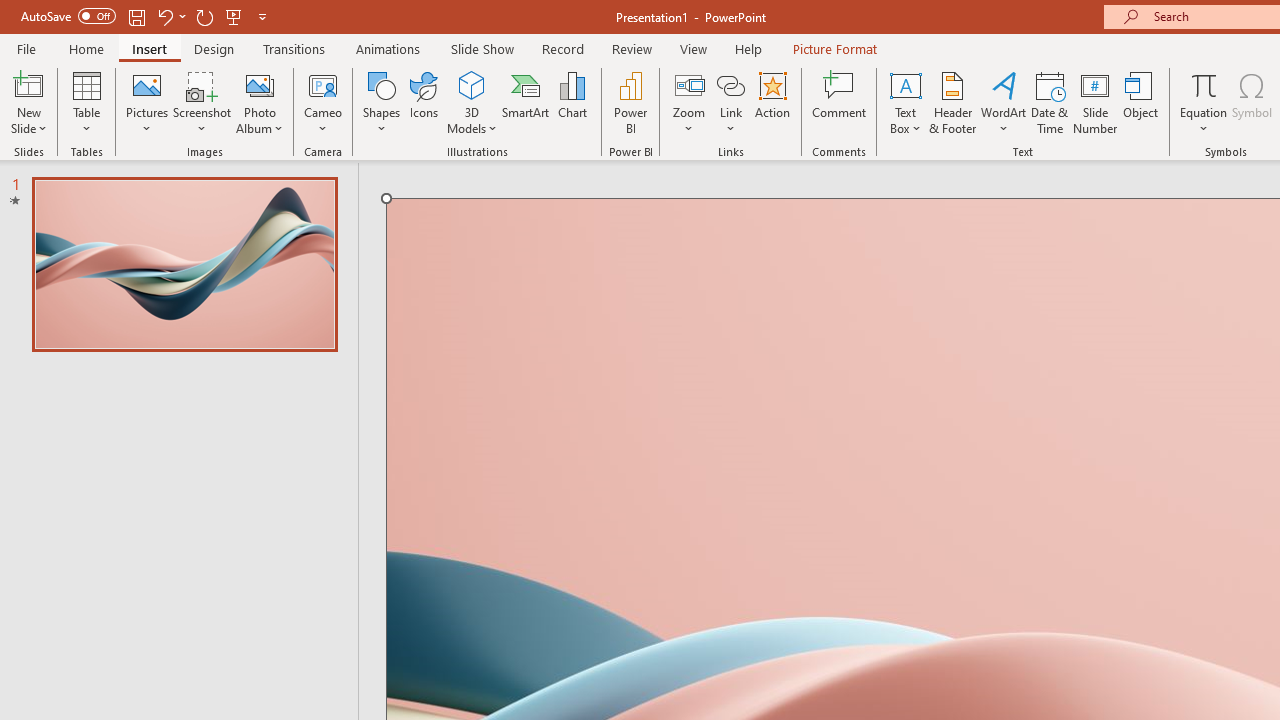 Image resolution: width=1280 pixels, height=720 pixels. Describe the element at coordinates (904, 84) in the screenshot. I see `'Draw Horizontal Text Box'` at that location.